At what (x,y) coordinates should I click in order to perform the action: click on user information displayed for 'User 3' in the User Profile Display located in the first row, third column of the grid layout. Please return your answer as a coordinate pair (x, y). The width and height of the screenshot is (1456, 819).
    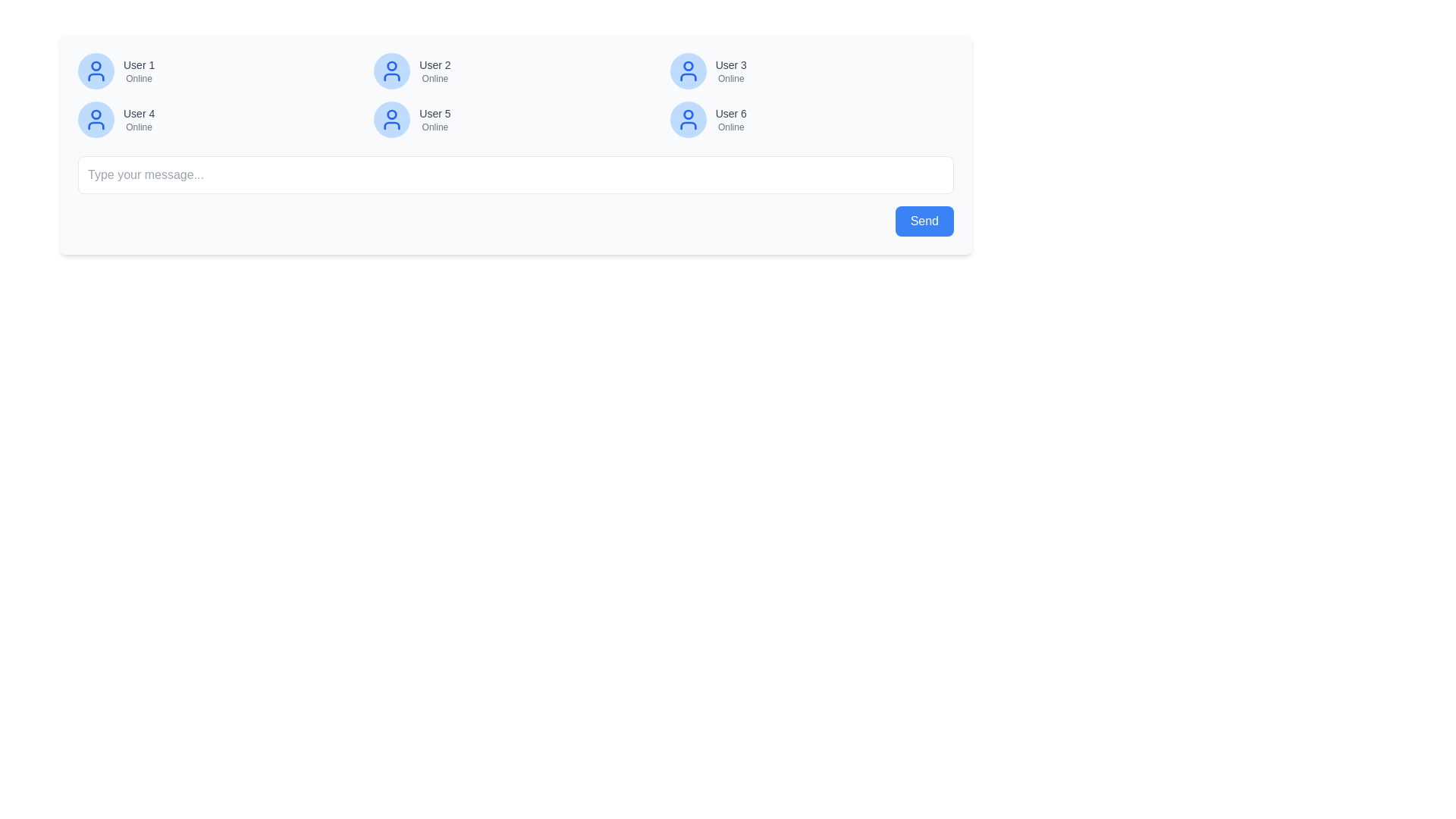
    Looking at the image, I should click on (811, 71).